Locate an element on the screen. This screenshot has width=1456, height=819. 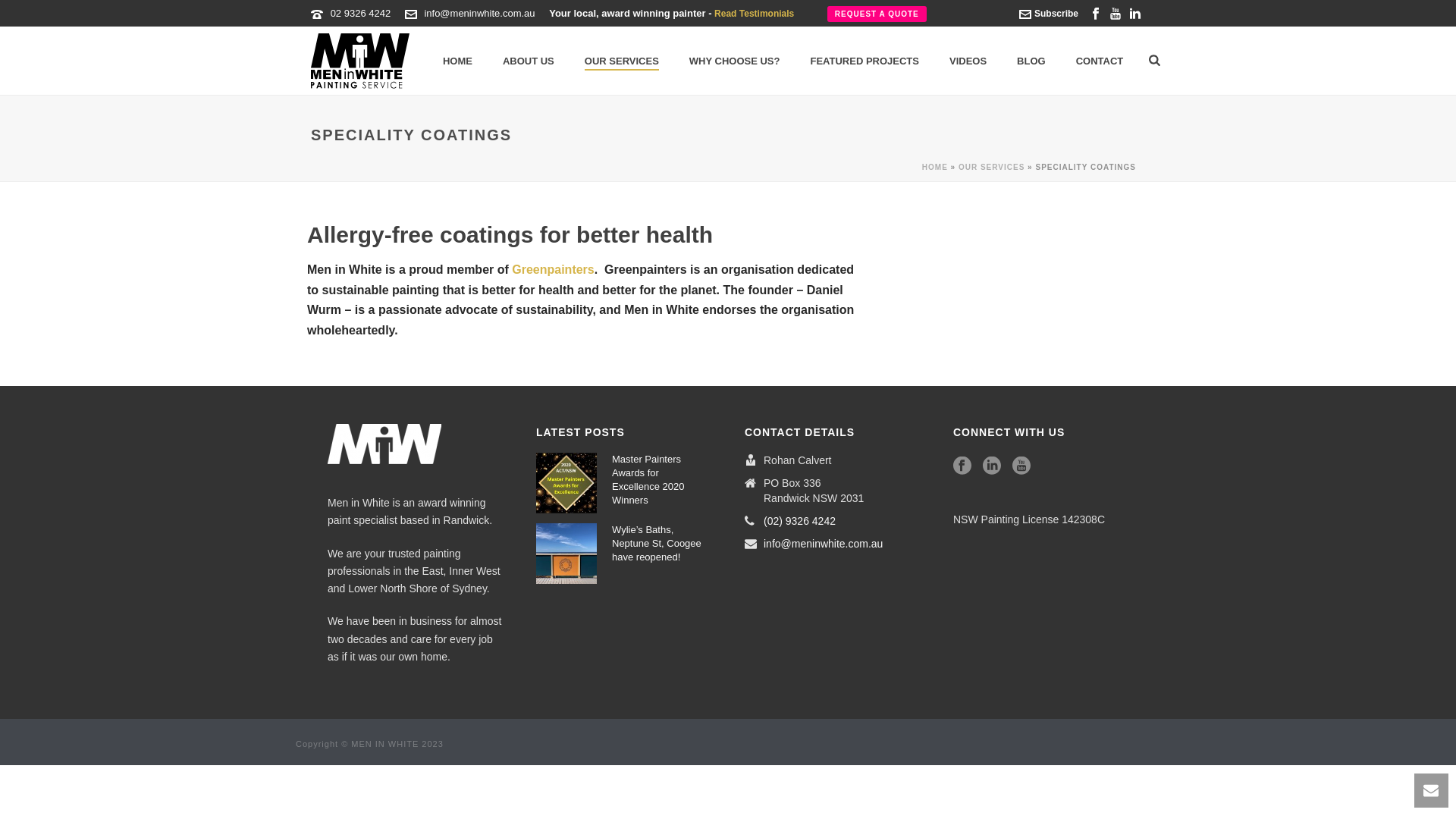
'Follow Us on youtube' is located at coordinates (1021, 465).